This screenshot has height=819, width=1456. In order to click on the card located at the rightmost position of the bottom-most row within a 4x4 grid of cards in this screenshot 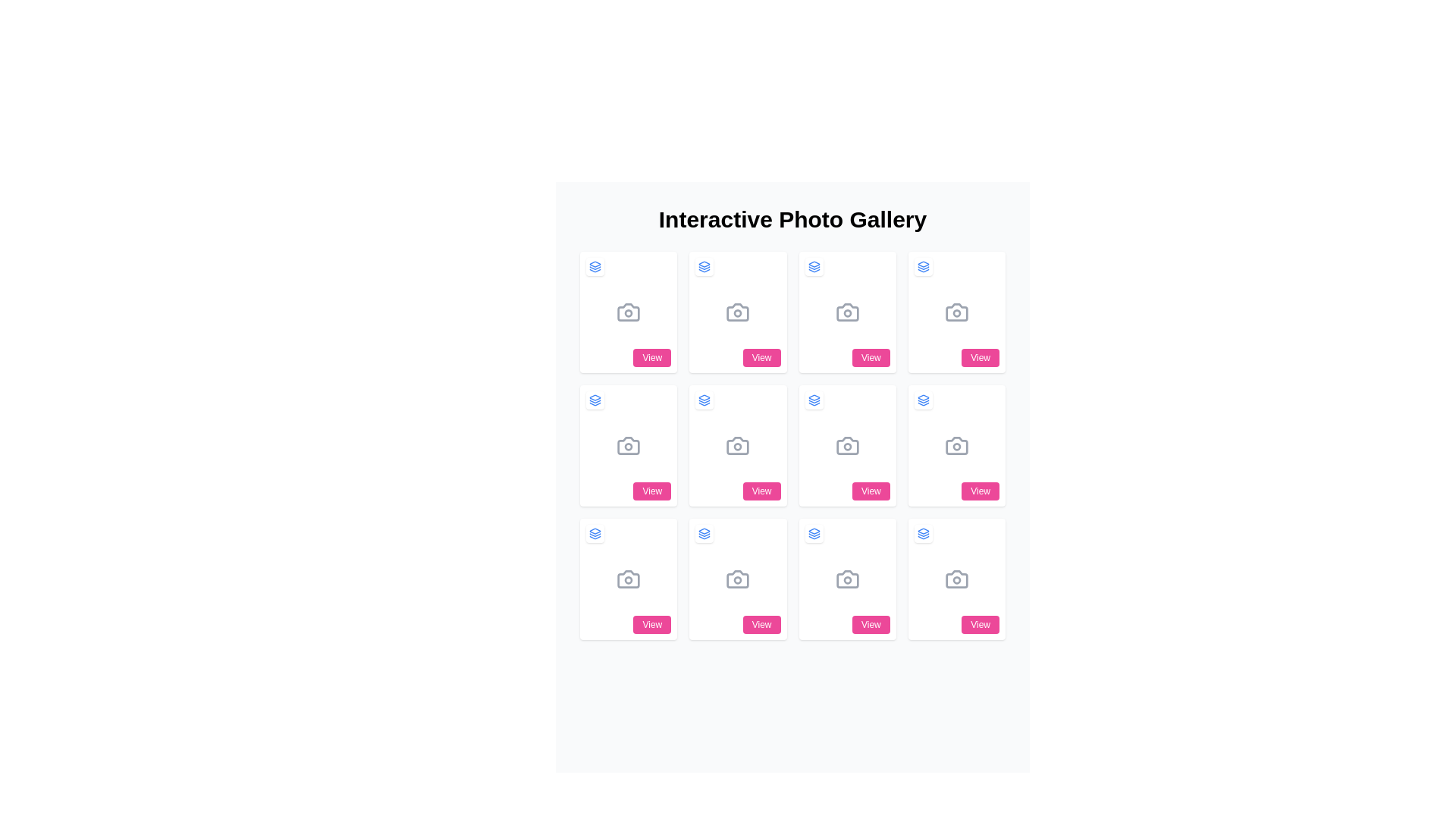, I will do `click(955, 579)`.